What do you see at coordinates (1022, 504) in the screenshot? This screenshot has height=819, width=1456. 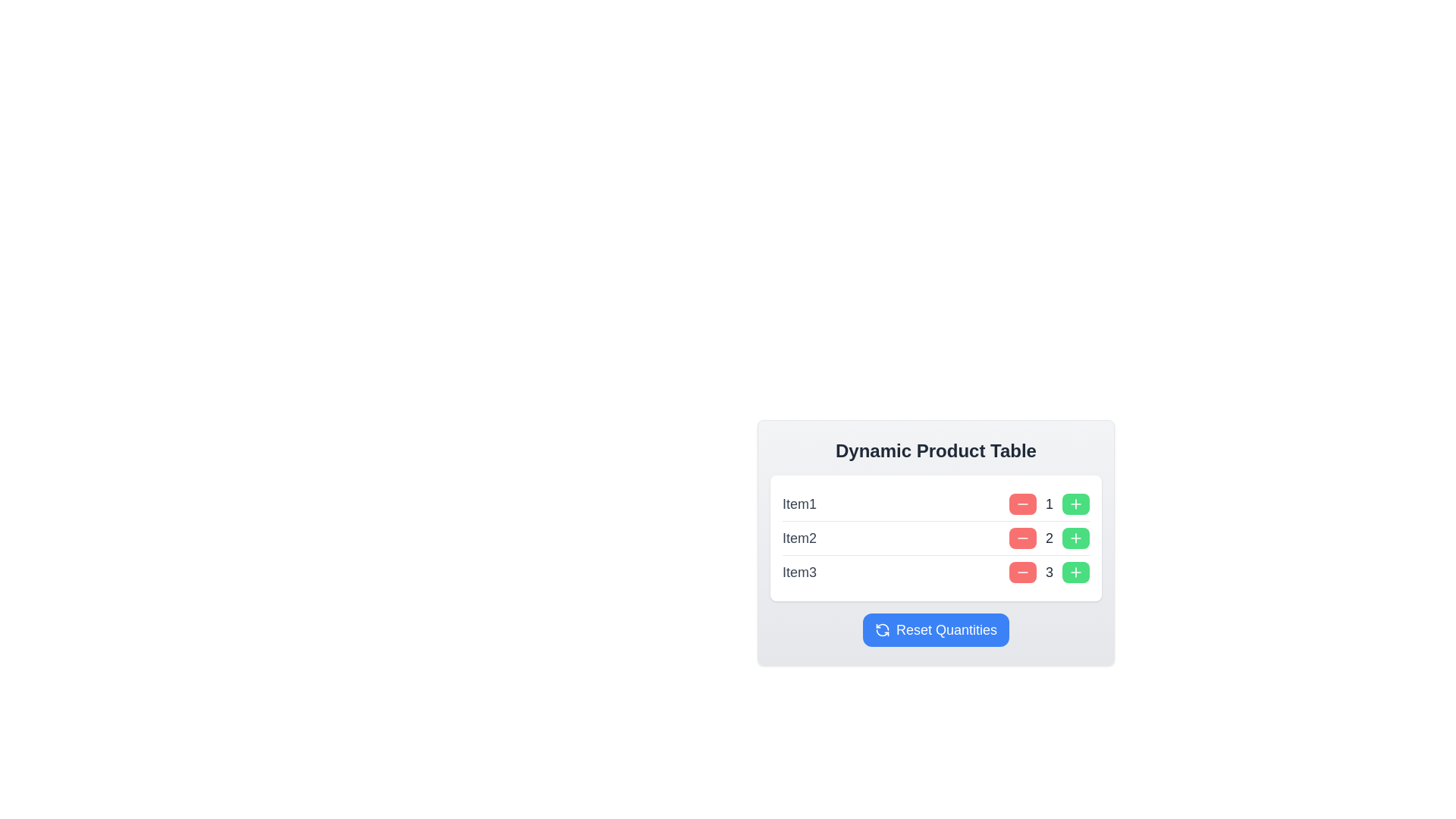 I see `the decrement button located in the row for 'Item1', positioned to the left of the displayed quantity '1' and to the left of the green plus button` at bounding box center [1022, 504].